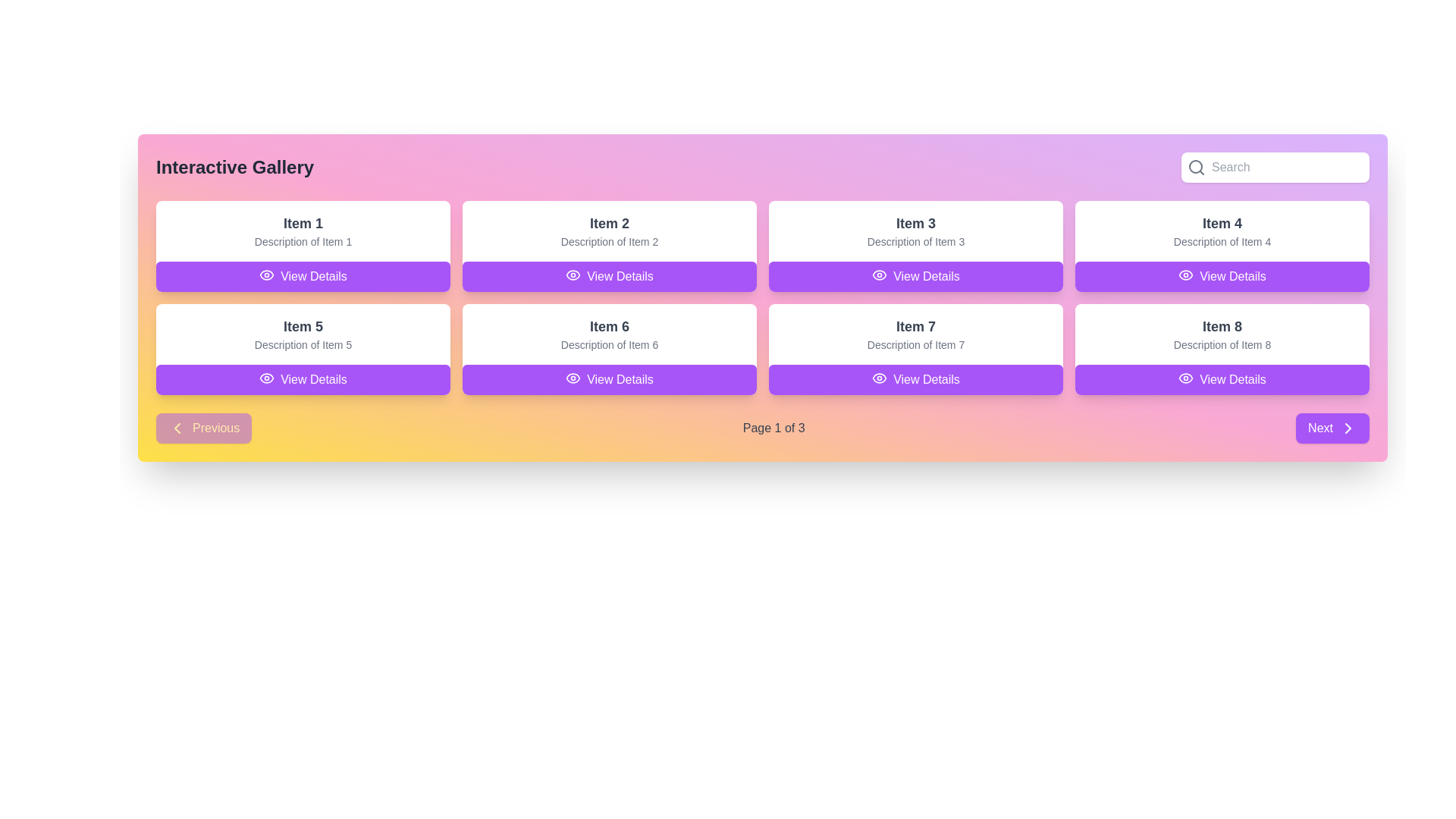  What do you see at coordinates (915, 350) in the screenshot?
I see `the informational card displaying details about 'Item 7' located in the second row, third column of the grid layout` at bounding box center [915, 350].